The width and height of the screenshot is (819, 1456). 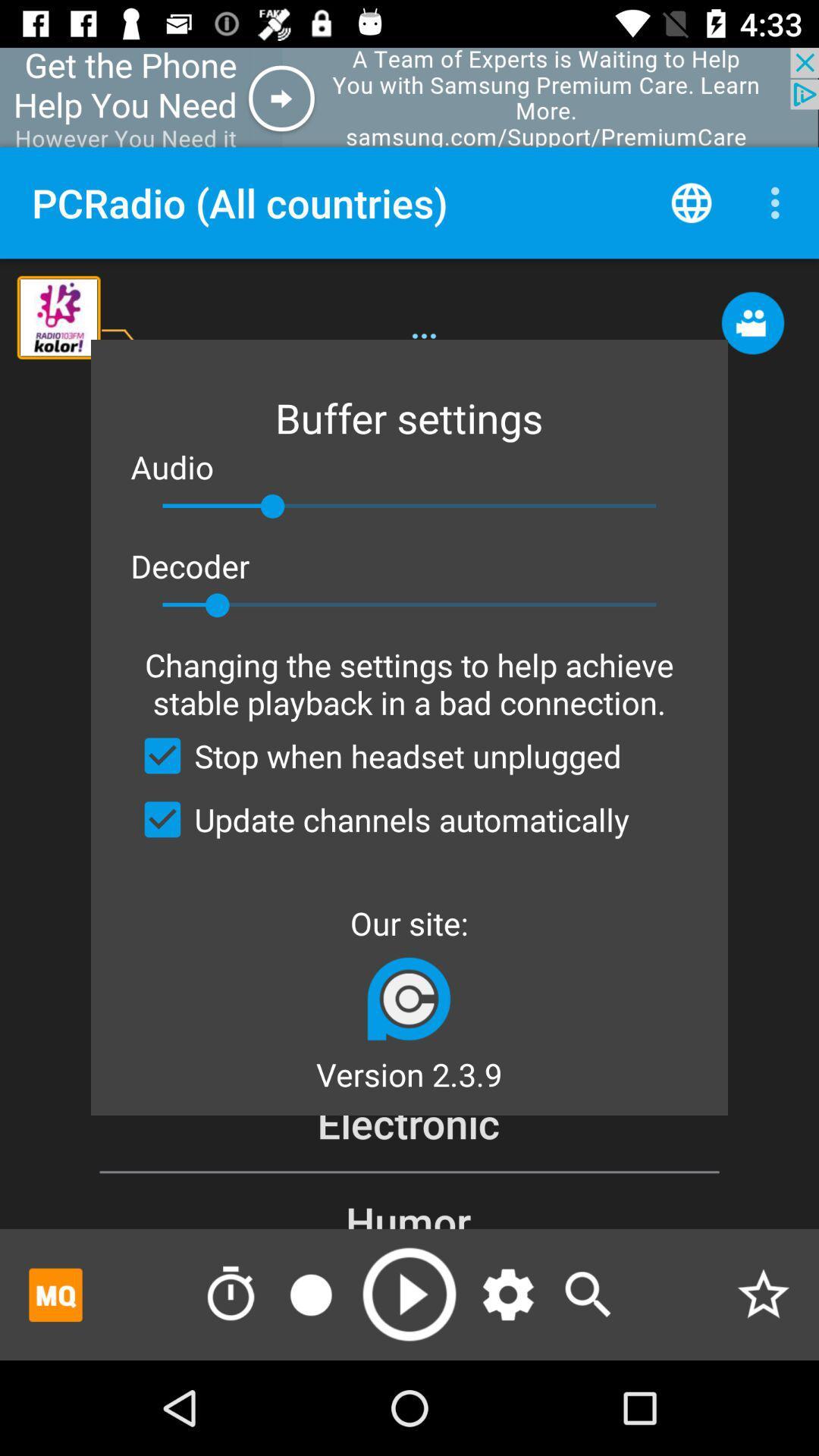 What do you see at coordinates (408, 998) in the screenshot?
I see `visit the website in question` at bounding box center [408, 998].